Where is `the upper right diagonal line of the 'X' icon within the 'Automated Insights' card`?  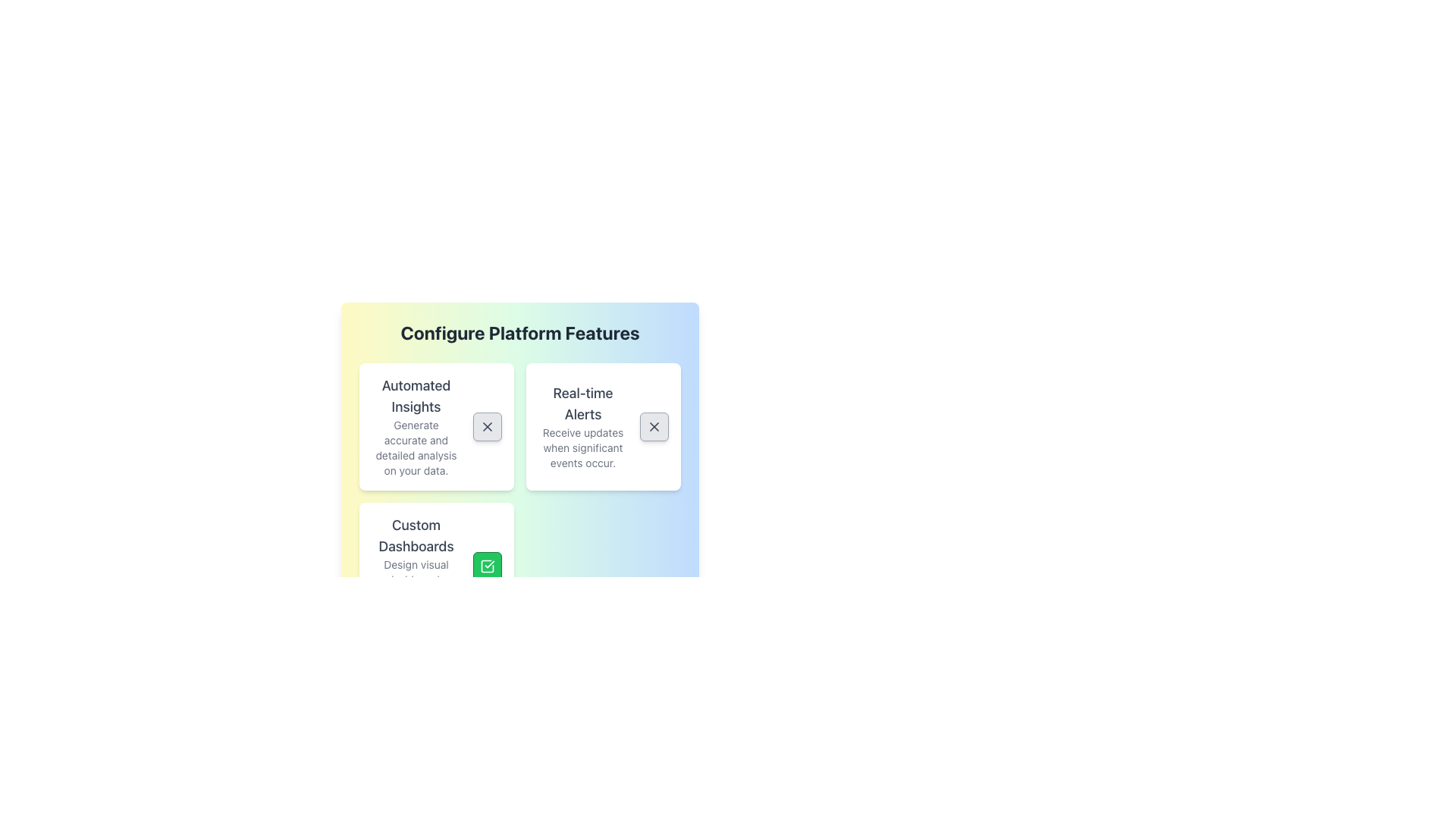
the upper right diagonal line of the 'X' icon within the 'Automated Insights' card is located at coordinates (488, 427).